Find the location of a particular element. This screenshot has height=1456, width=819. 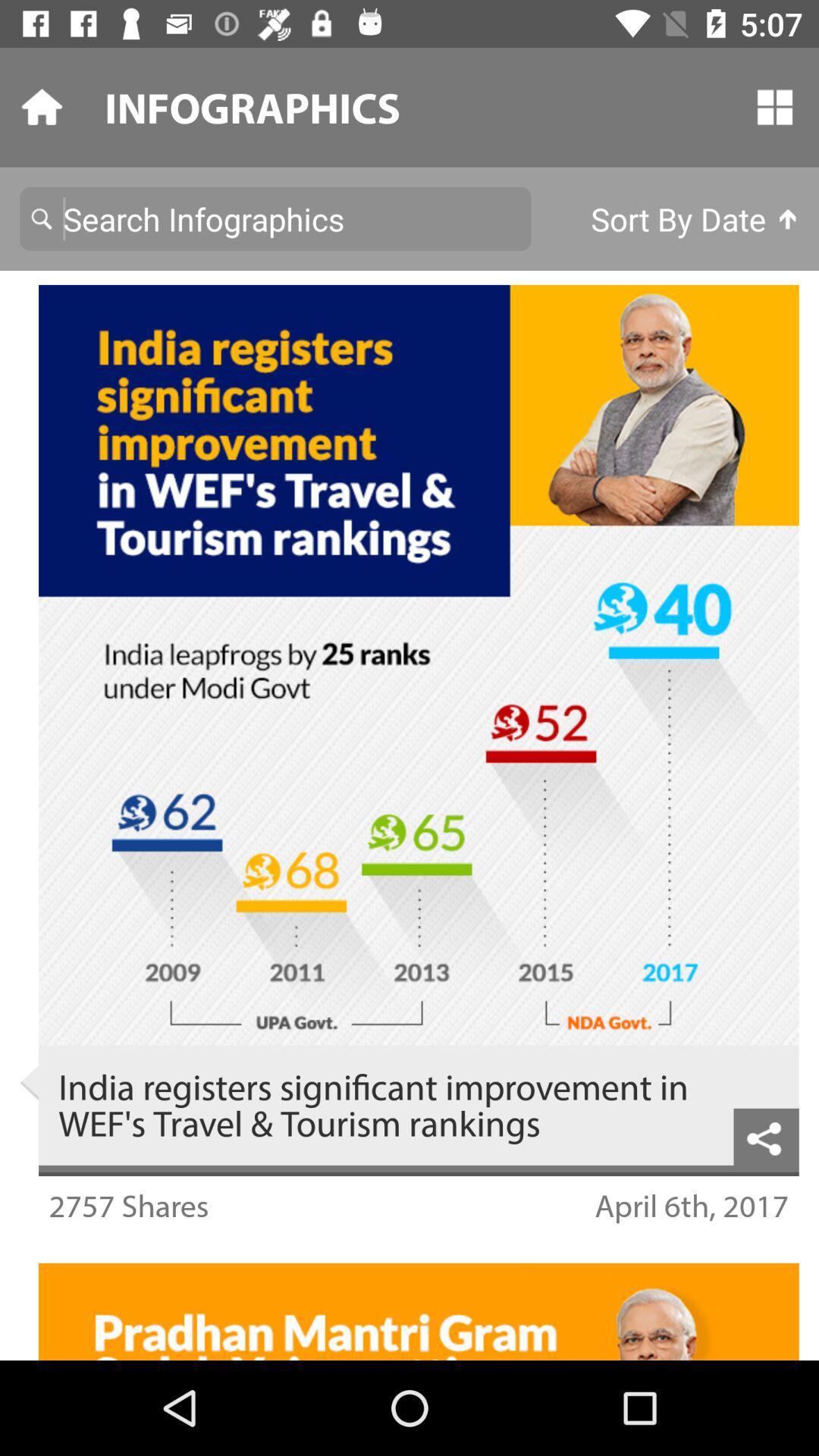

share the article is located at coordinates (766, 1137).